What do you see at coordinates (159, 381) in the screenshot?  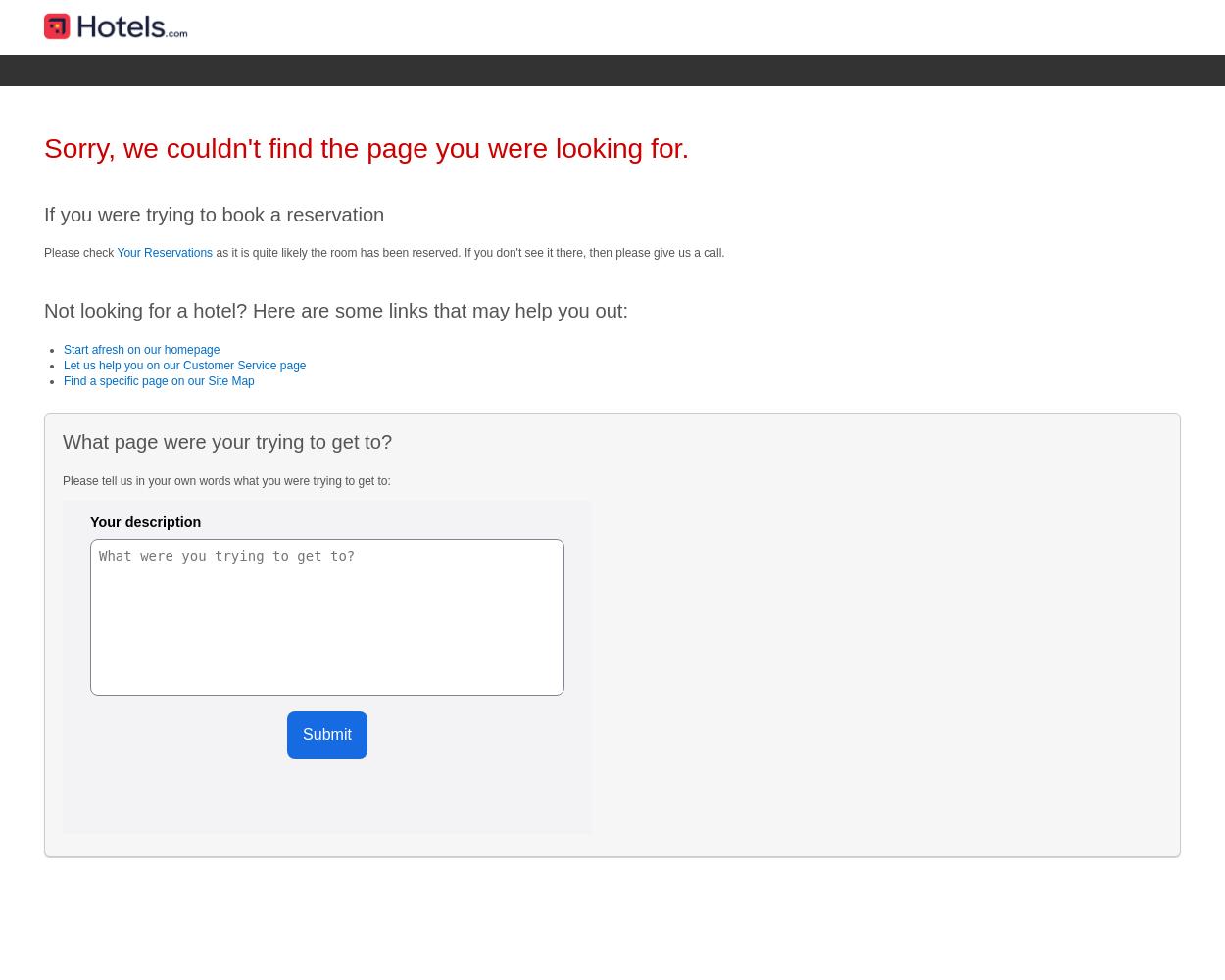 I see `'Find a specific page on our Site Map'` at bounding box center [159, 381].